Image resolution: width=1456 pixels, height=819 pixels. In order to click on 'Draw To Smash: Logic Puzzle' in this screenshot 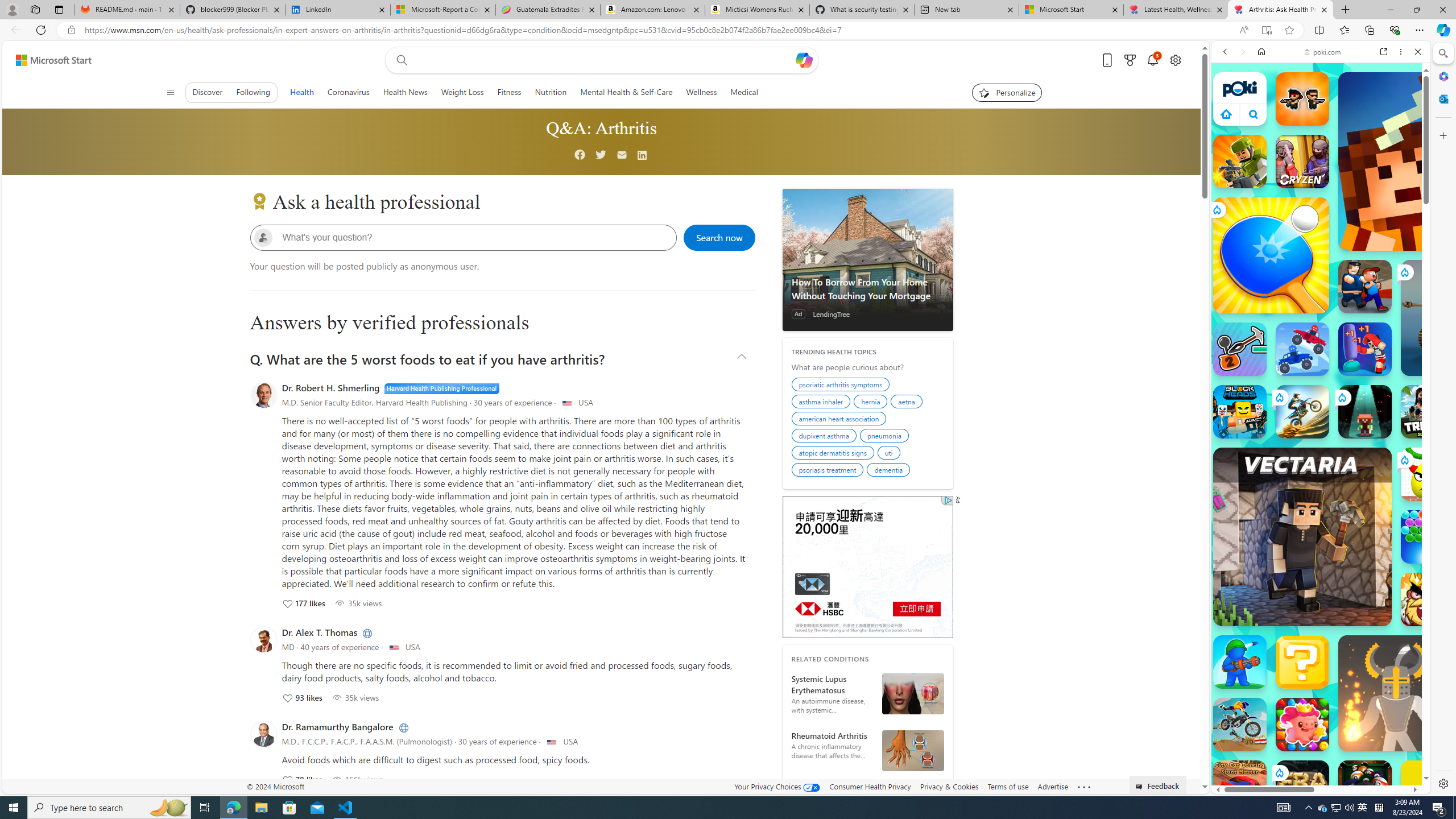, I will do `click(1428, 474)`.